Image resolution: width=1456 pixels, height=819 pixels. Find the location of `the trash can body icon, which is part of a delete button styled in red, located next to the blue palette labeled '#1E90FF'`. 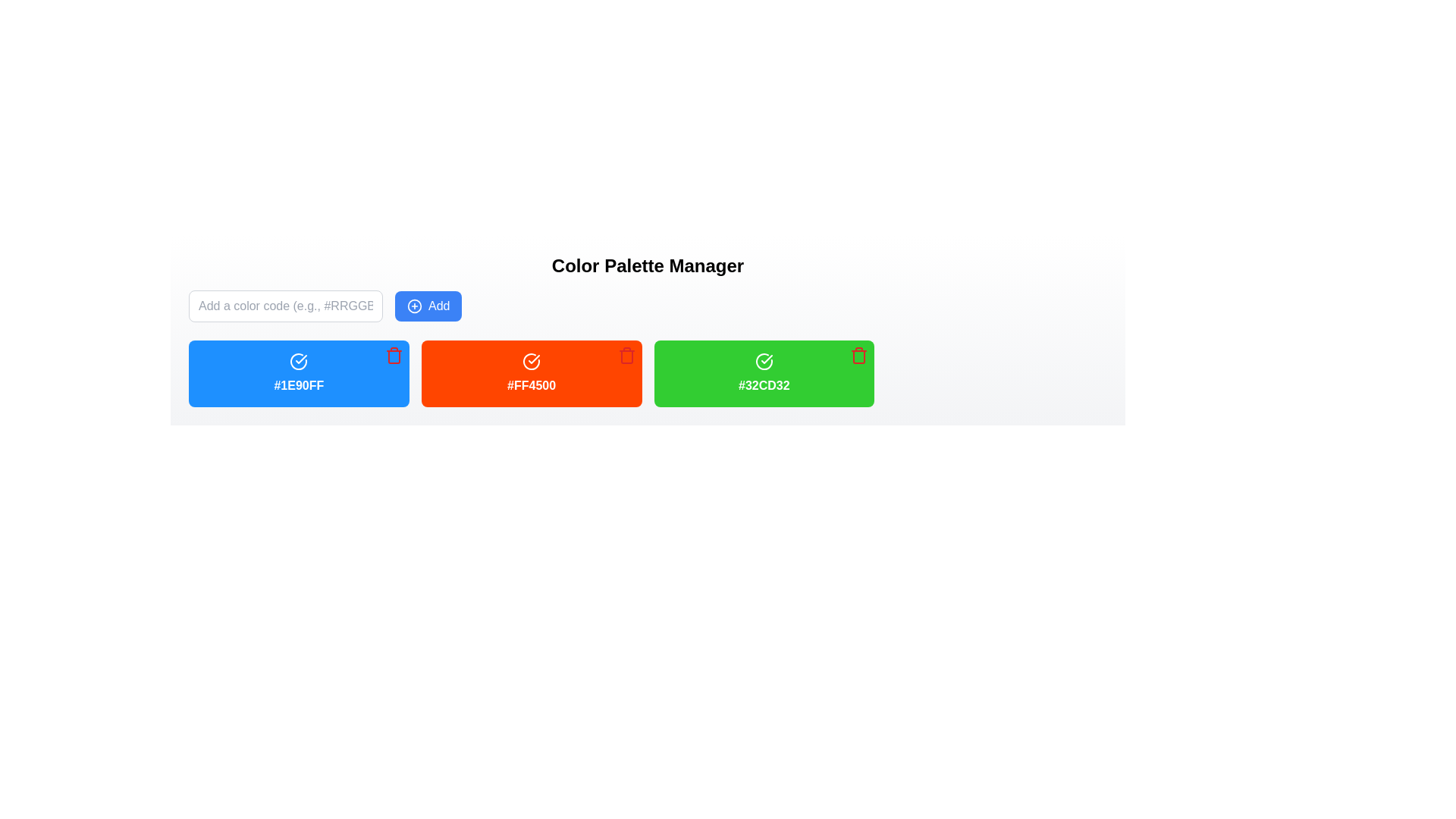

the trash can body icon, which is part of a delete button styled in red, located next to the blue palette labeled '#1E90FF' is located at coordinates (394, 356).